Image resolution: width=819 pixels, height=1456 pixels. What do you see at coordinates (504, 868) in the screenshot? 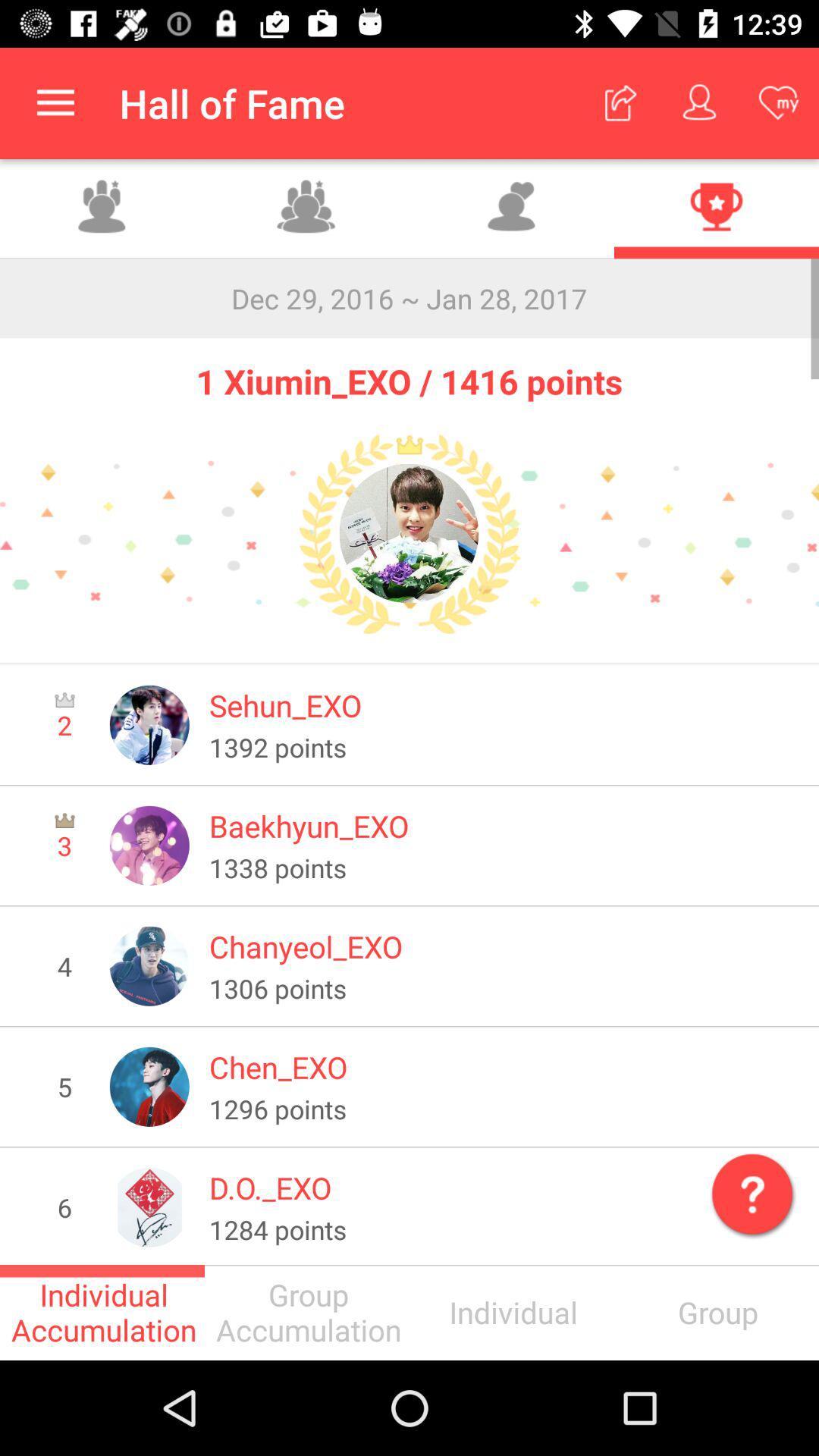
I see `the item above chanyeol_exo icon` at bounding box center [504, 868].